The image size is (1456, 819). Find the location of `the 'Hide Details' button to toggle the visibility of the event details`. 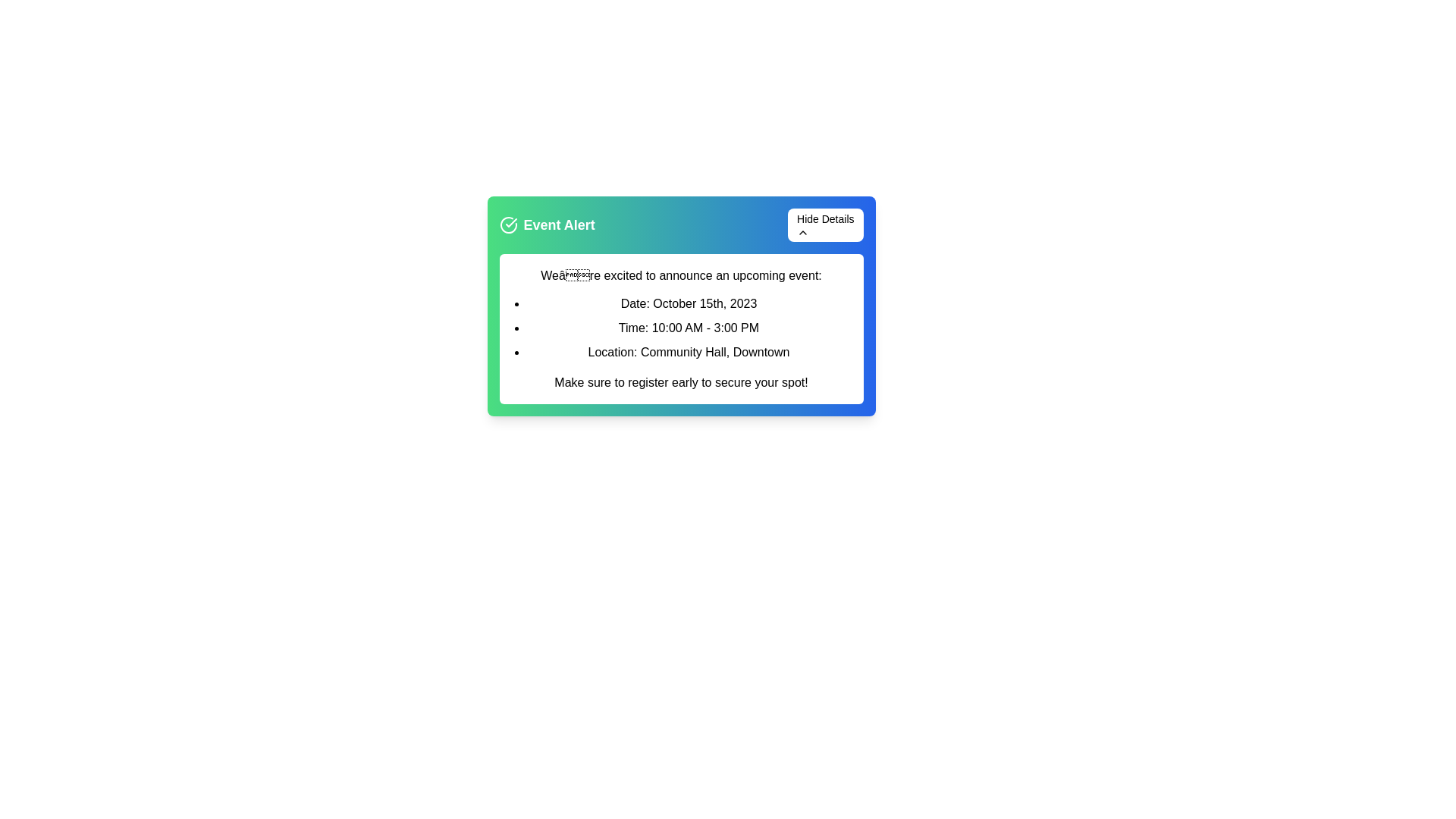

the 'Hide Details' button to toggle the visibility of the event details is located at coordinates (824, 225).